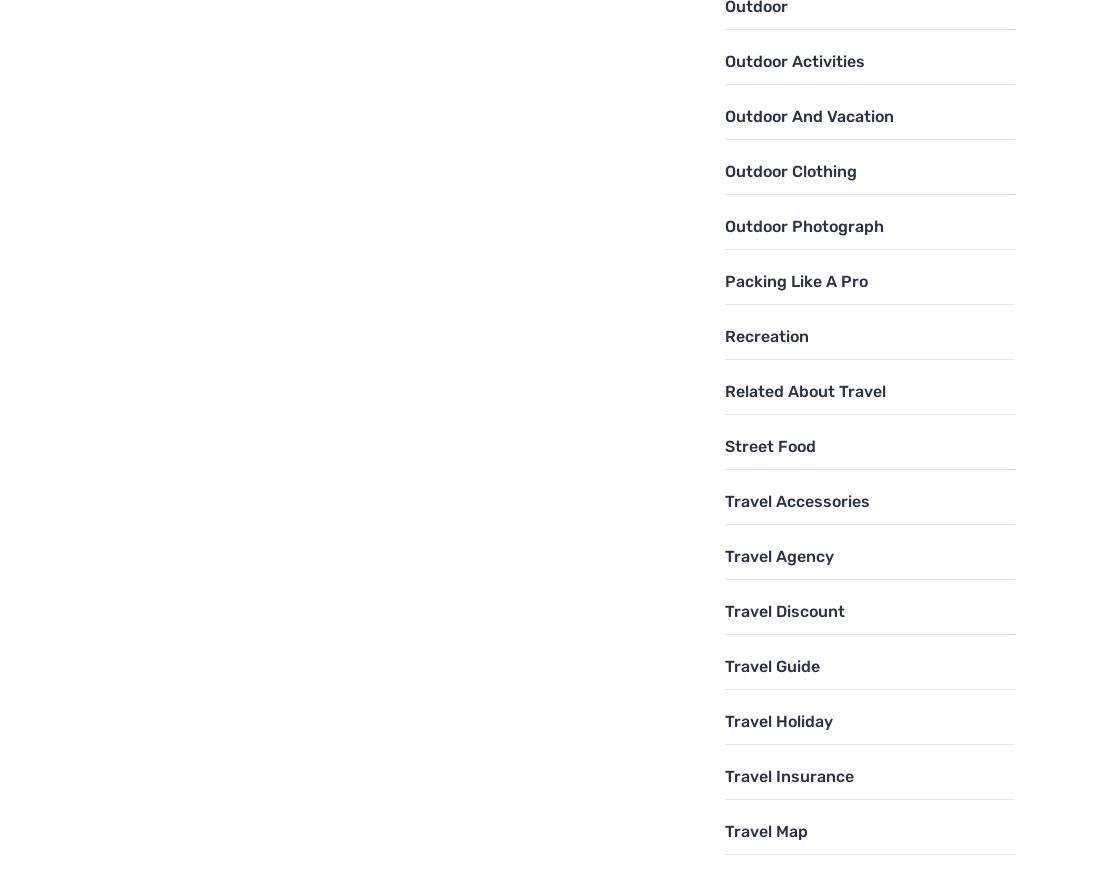 This screenshot has width=1100, height=879. Describe the element at coordinates (723, 225) in the screenshot. I see `'Outdoor Photograph'` at that location.